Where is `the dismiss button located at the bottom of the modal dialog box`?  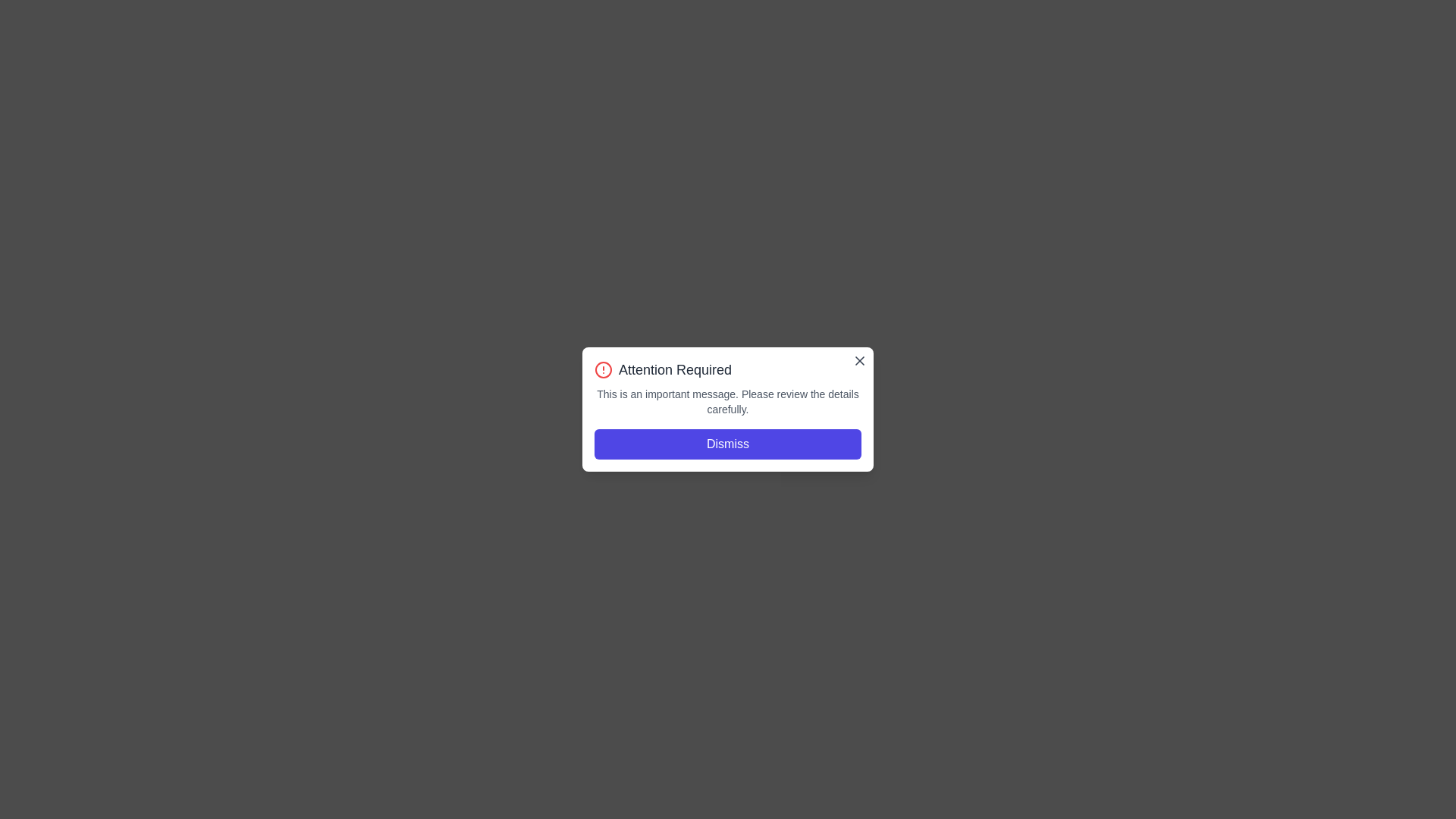 the dismiss button located at the bottom of the modal dialog box is located at coordinates (728, 444).